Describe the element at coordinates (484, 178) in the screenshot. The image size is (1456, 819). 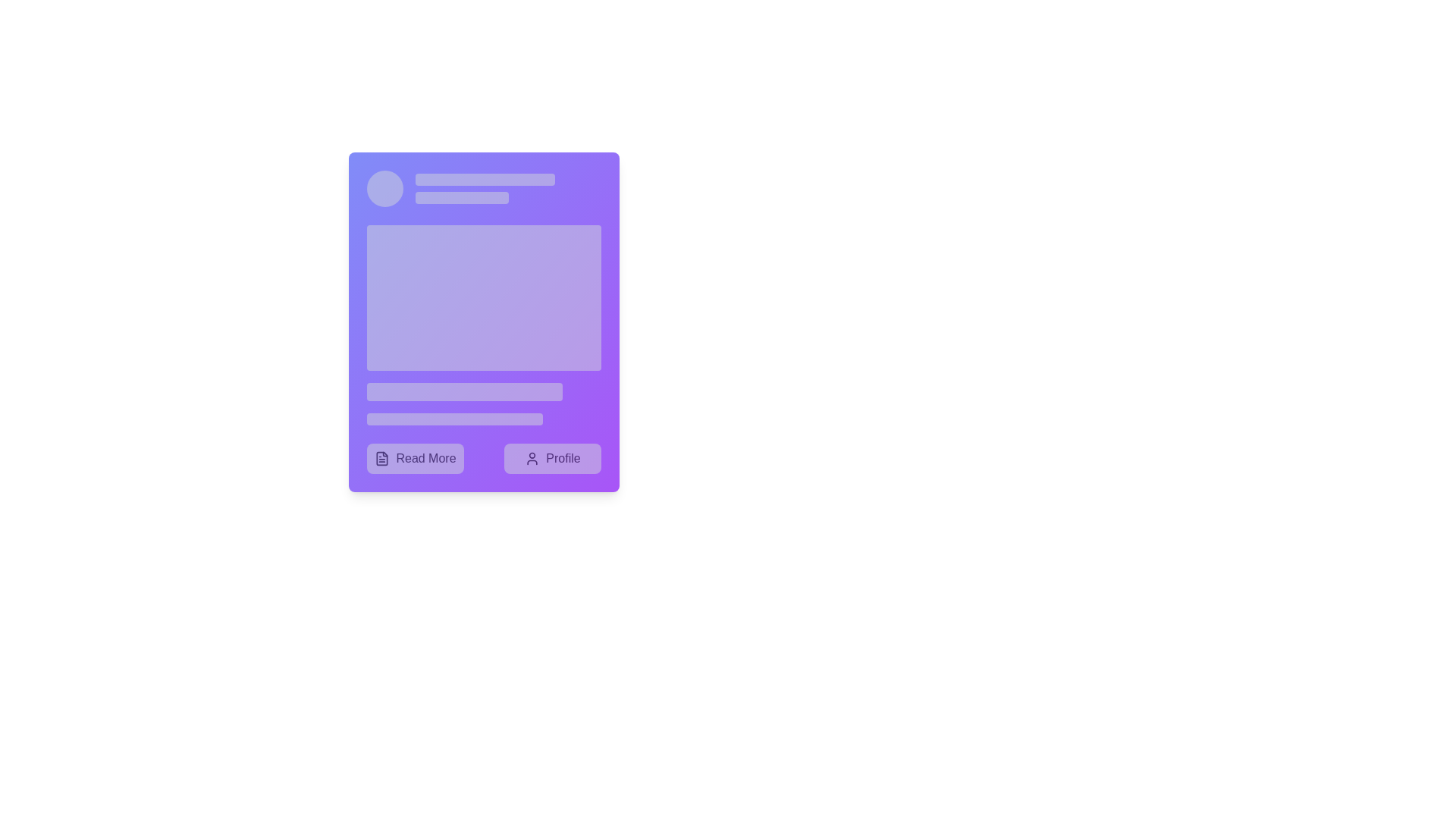
I see `the light gray placeholder bar or progress bar located at the top center of the card layout` at that location.